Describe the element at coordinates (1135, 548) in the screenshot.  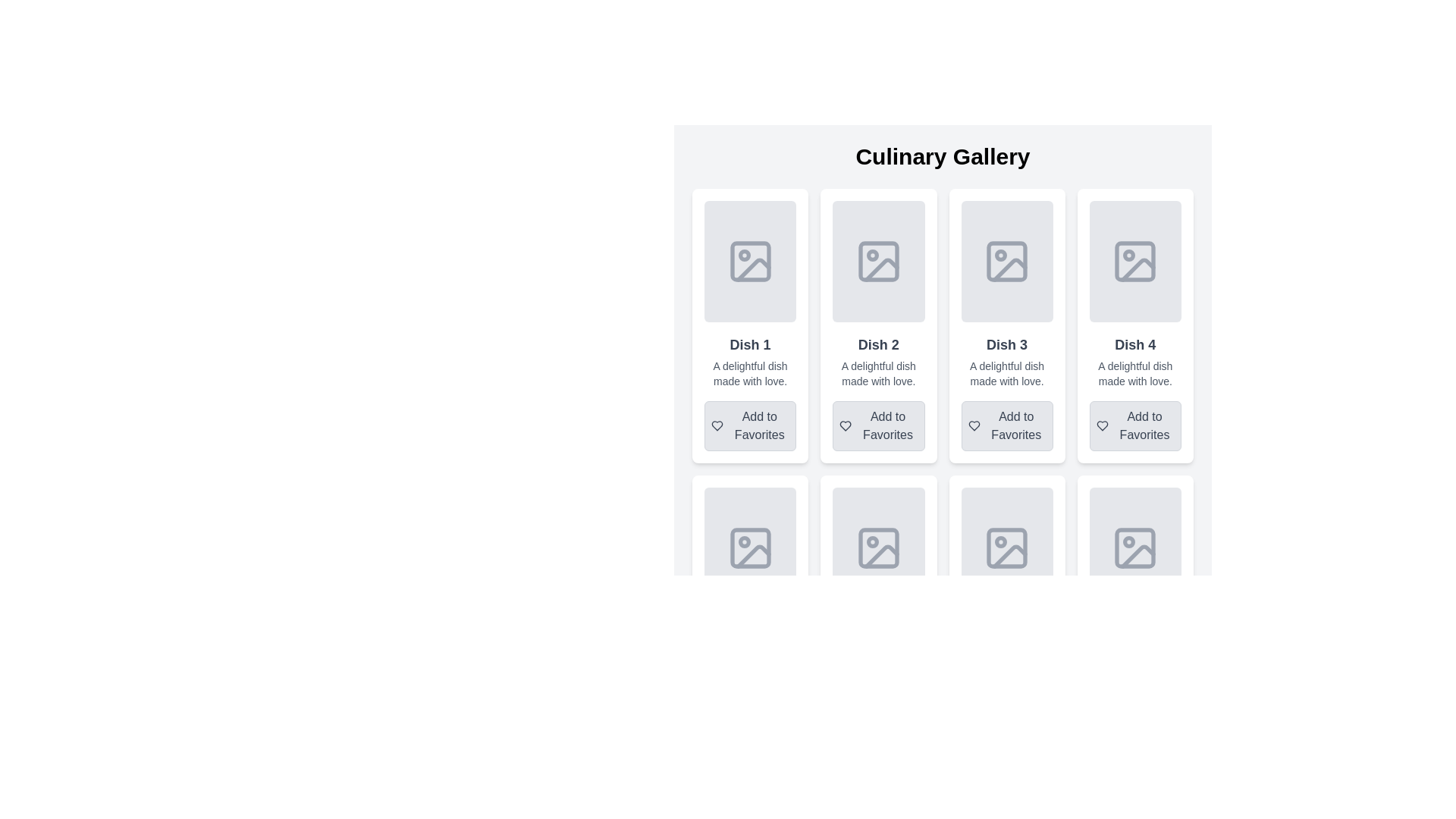
I see `the placeholder image icon located` at that location.